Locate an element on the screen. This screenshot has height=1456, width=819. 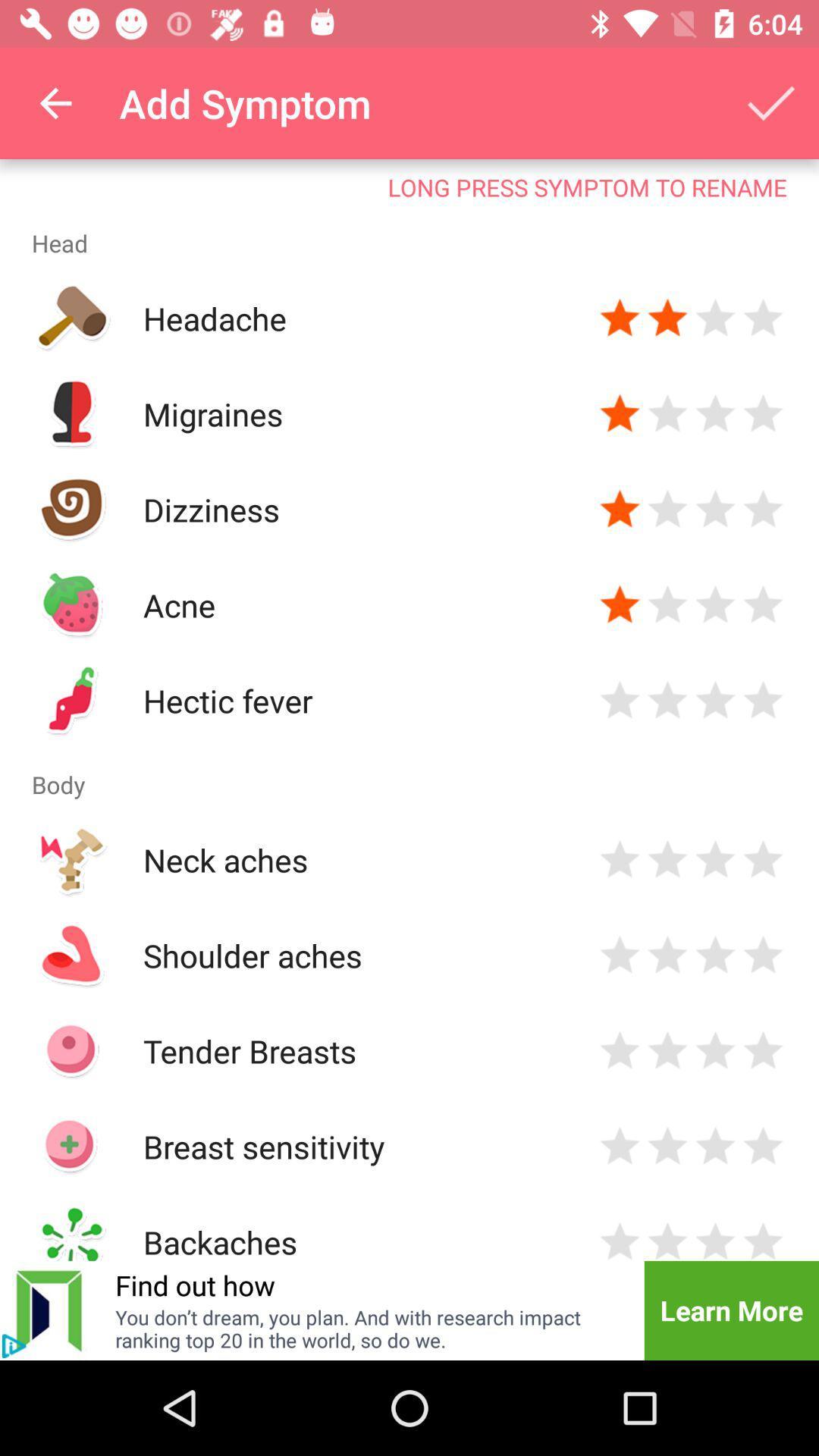
rate 2 stars is located at coordinates (667, 859).